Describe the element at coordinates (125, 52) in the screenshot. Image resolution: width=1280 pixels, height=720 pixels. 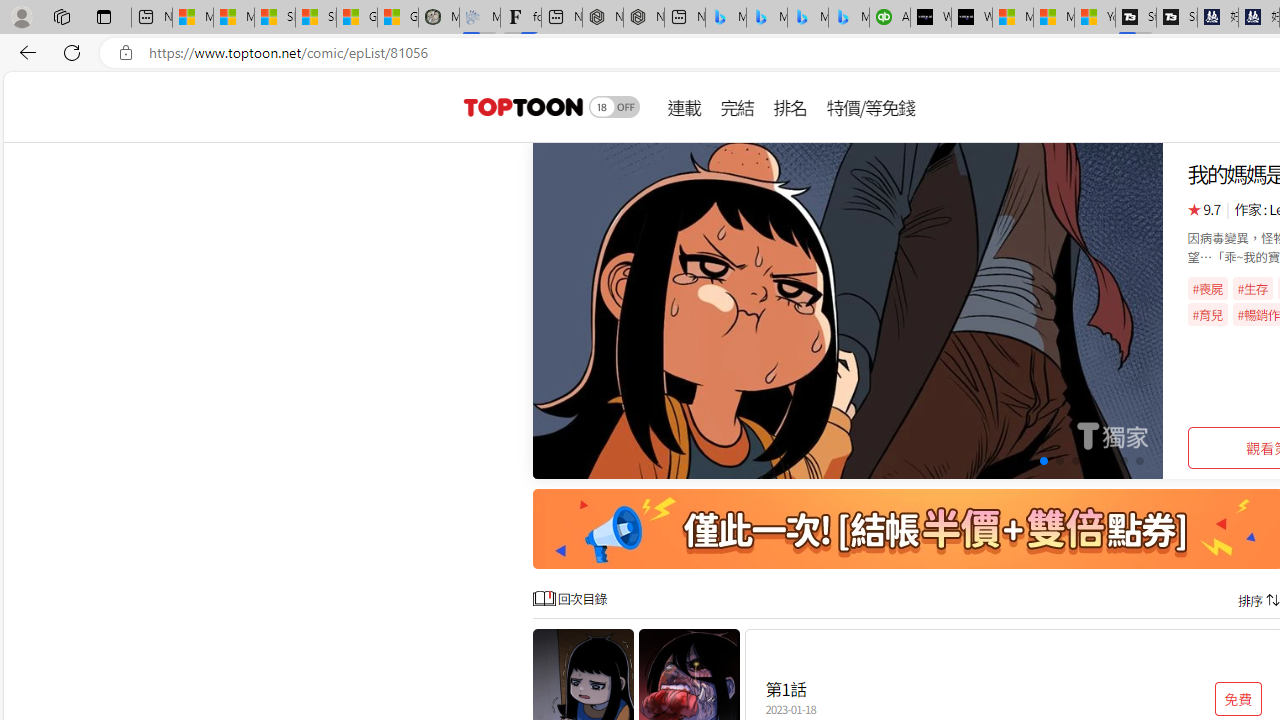
I see `'View site information'` at that location.